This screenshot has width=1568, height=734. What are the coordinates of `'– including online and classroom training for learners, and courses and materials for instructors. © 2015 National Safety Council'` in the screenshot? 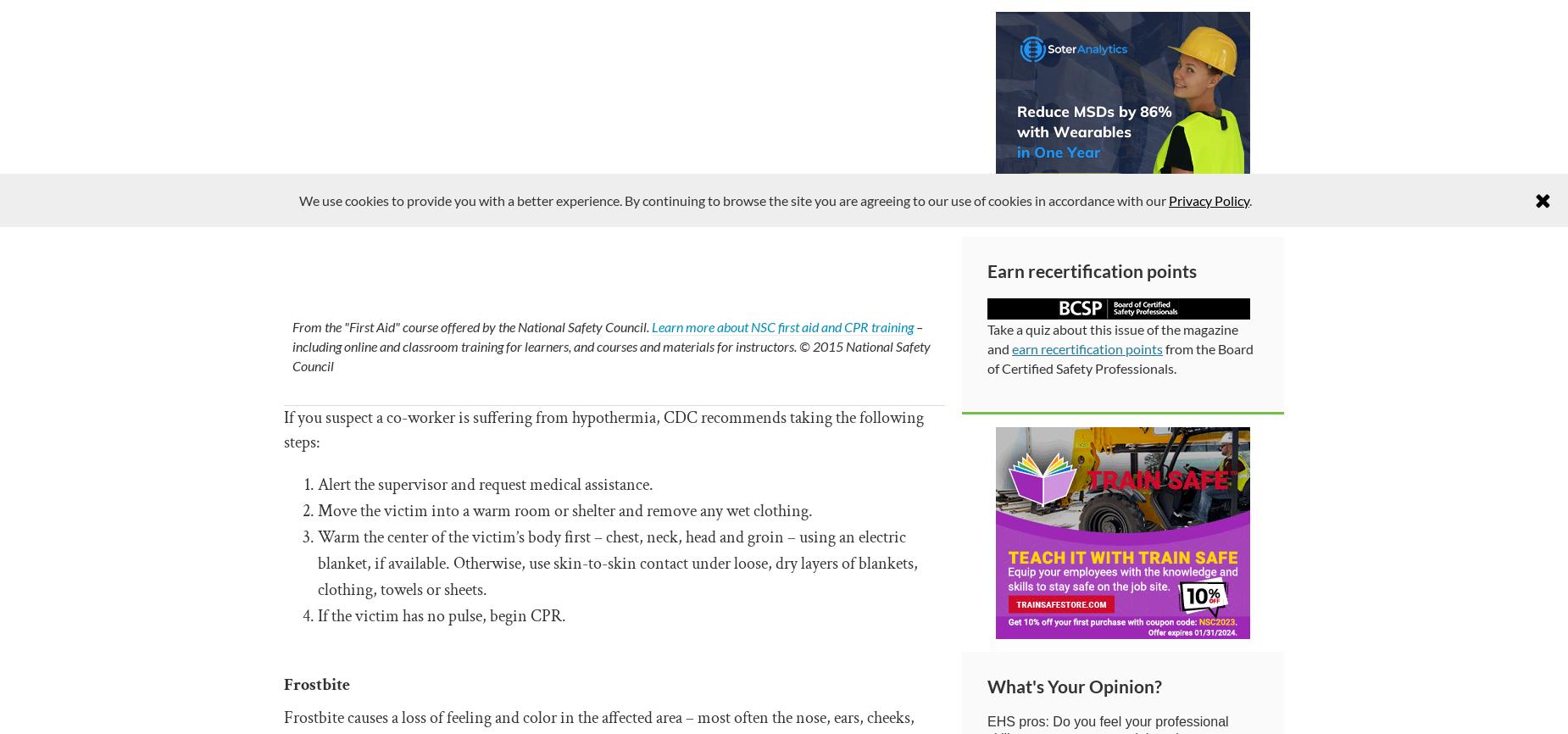 It's located at (292, 344).